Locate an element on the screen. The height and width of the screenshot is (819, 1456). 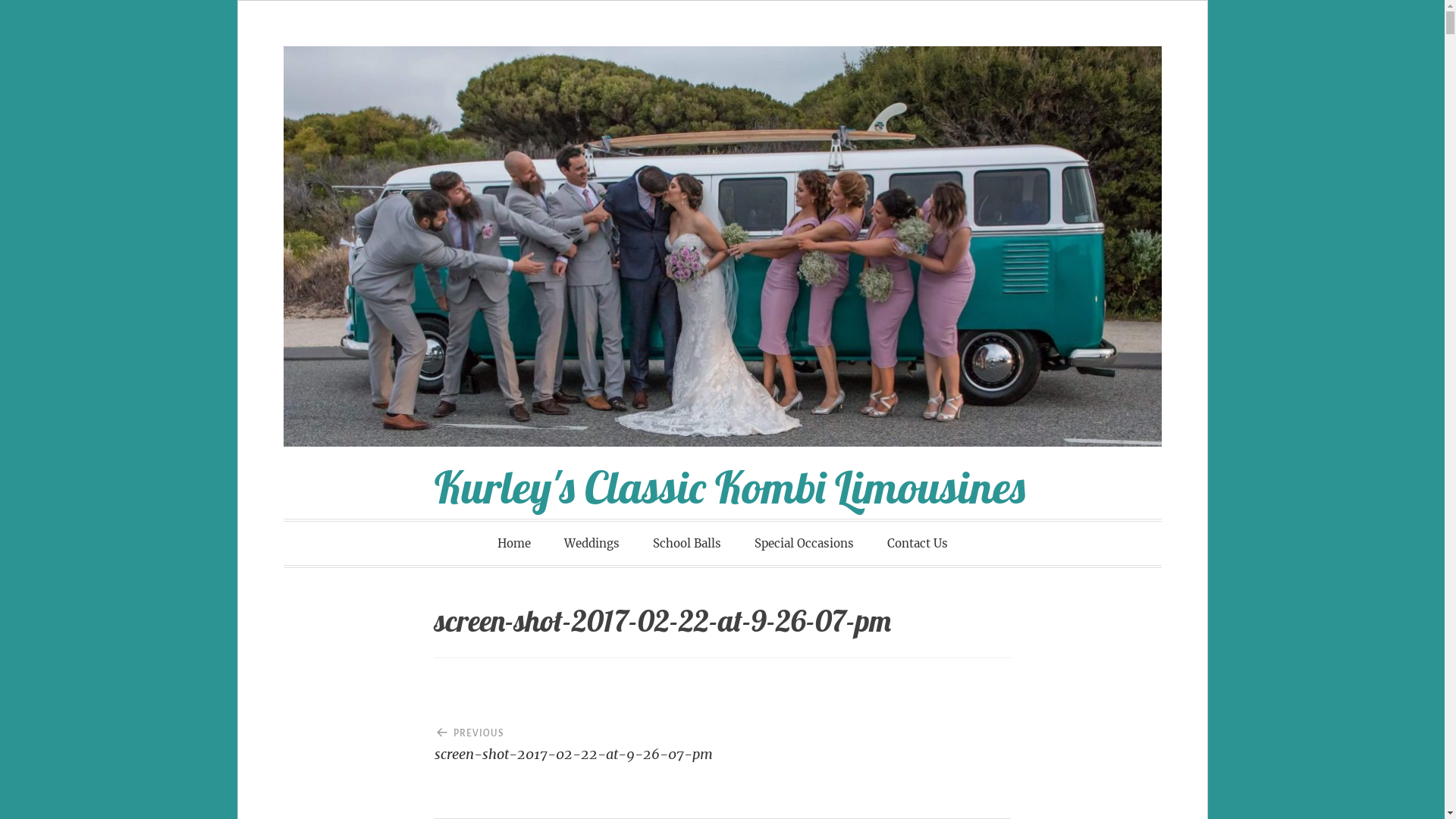
'School Balls' is located at coordinates (686, 542).